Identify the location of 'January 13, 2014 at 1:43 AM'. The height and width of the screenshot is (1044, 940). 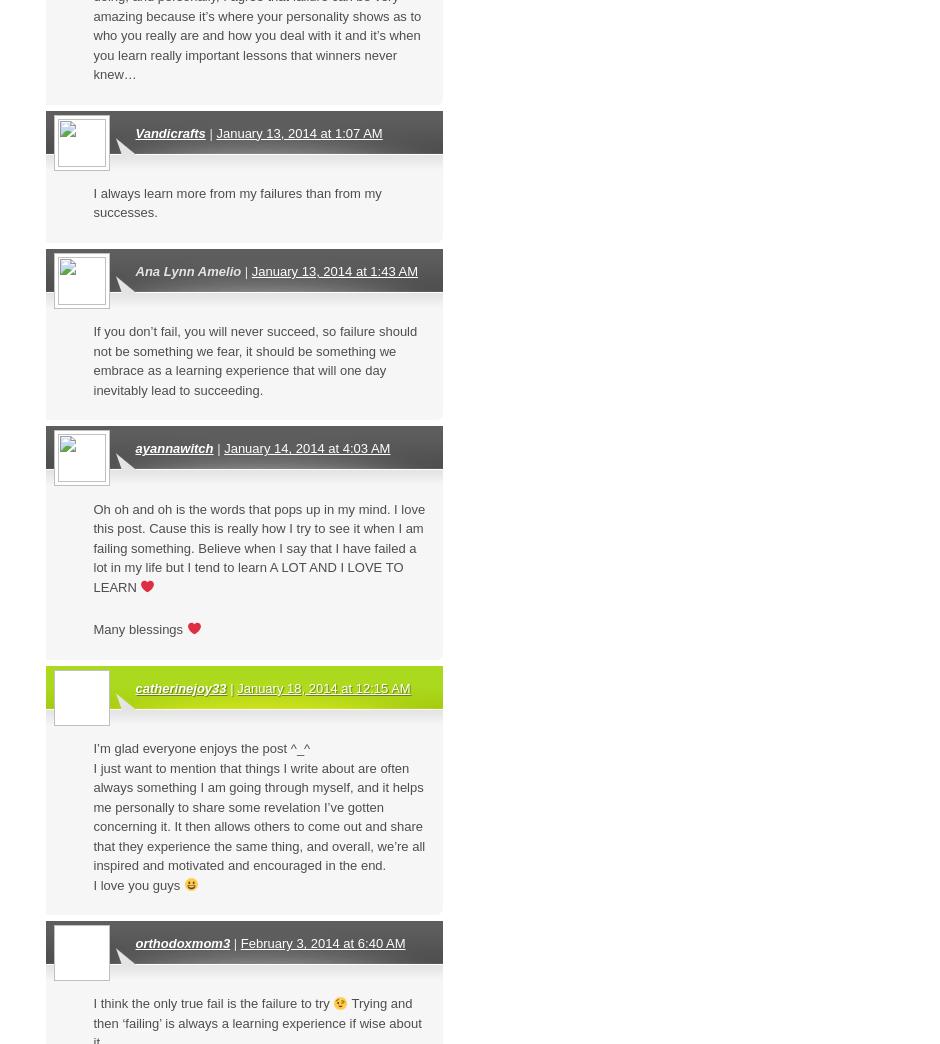
(334, 270).